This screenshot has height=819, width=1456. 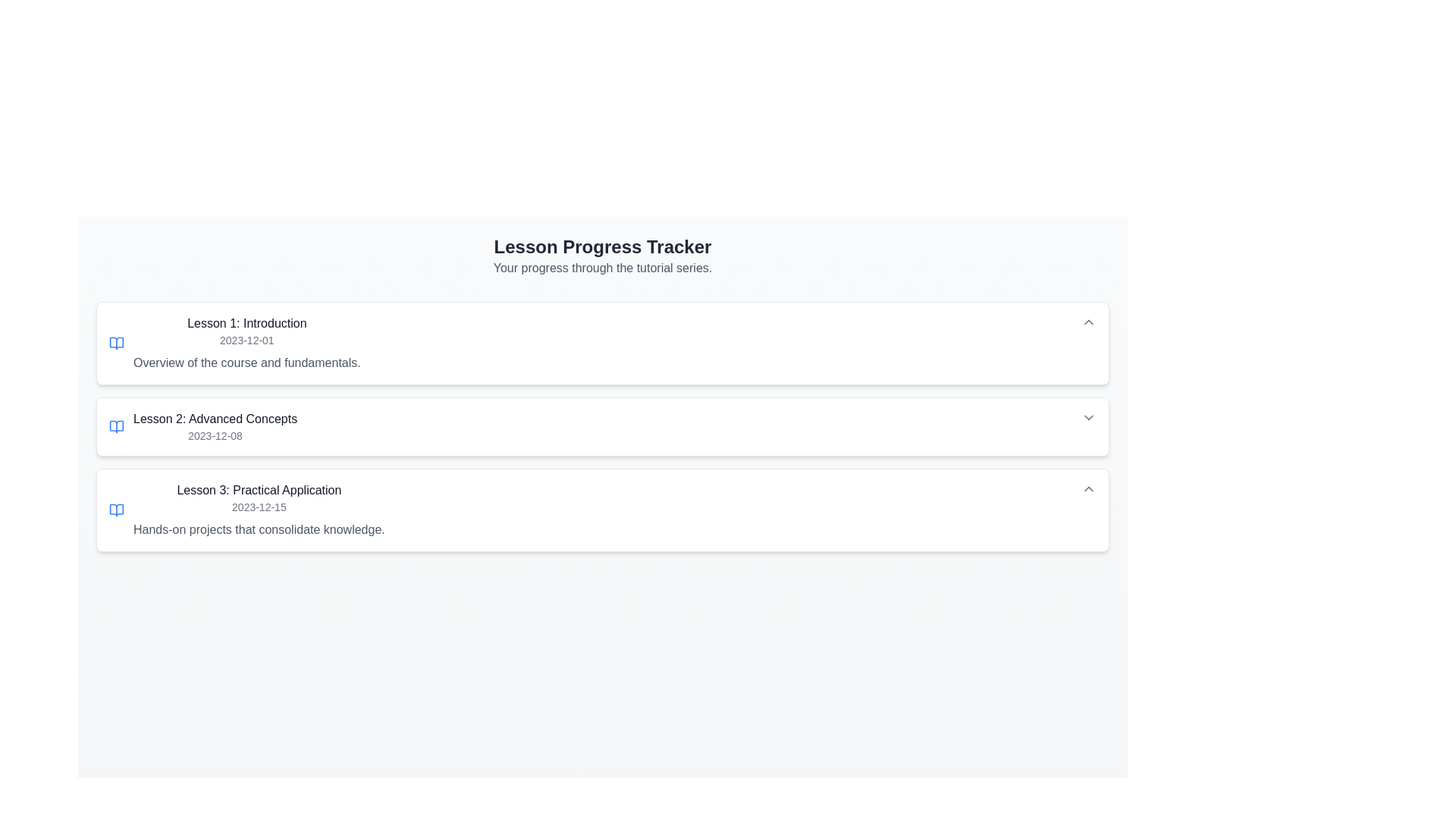 I want to click on the composite text element containing the title 'Lesson Progress Tracker' and subtitle 'Your progress through the tutorial series.' positioned at the top of the content area, so click(x=602, y=268).